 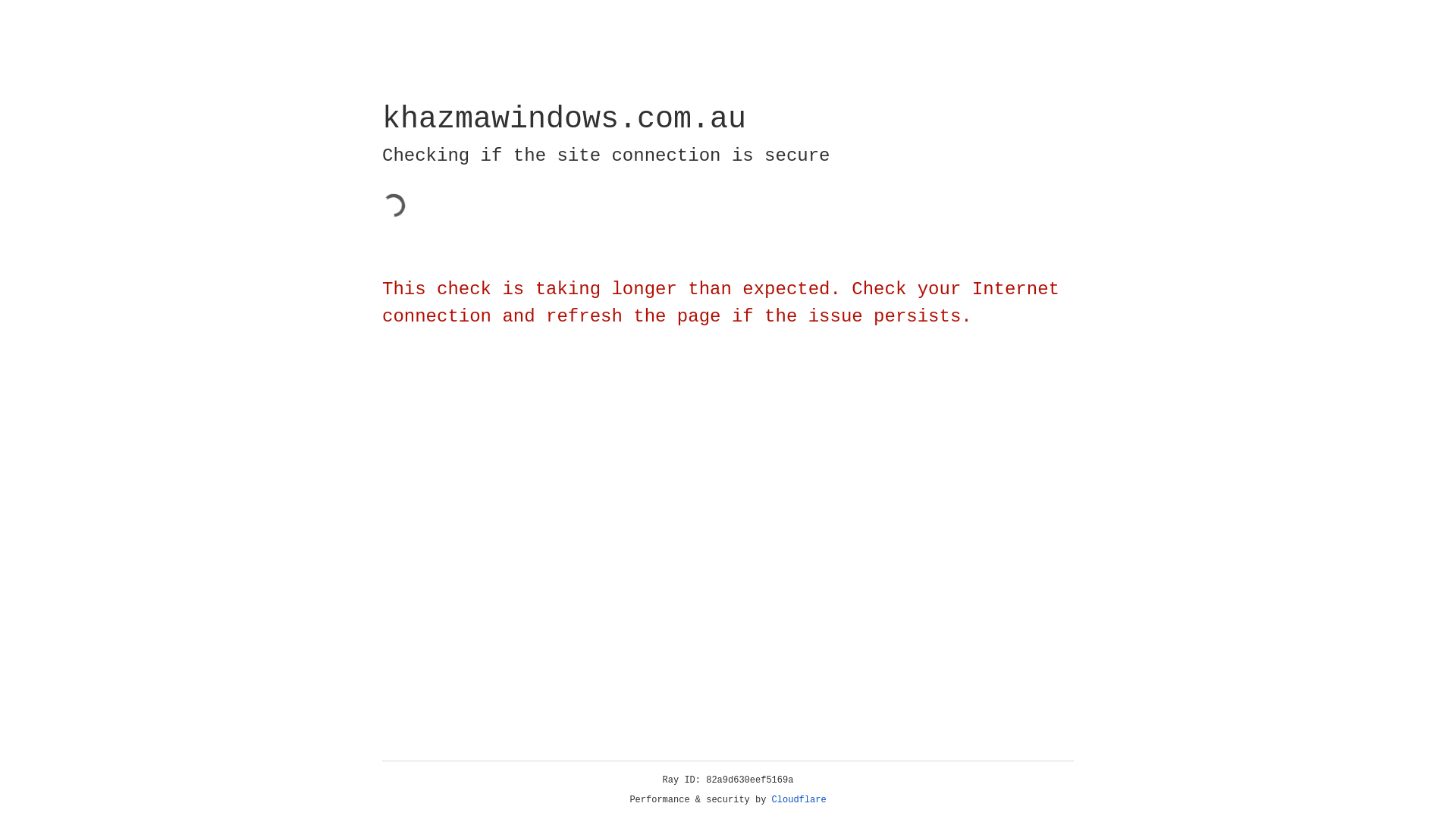 I want to click on 'Cloudflare', so click(x=799, y=799).